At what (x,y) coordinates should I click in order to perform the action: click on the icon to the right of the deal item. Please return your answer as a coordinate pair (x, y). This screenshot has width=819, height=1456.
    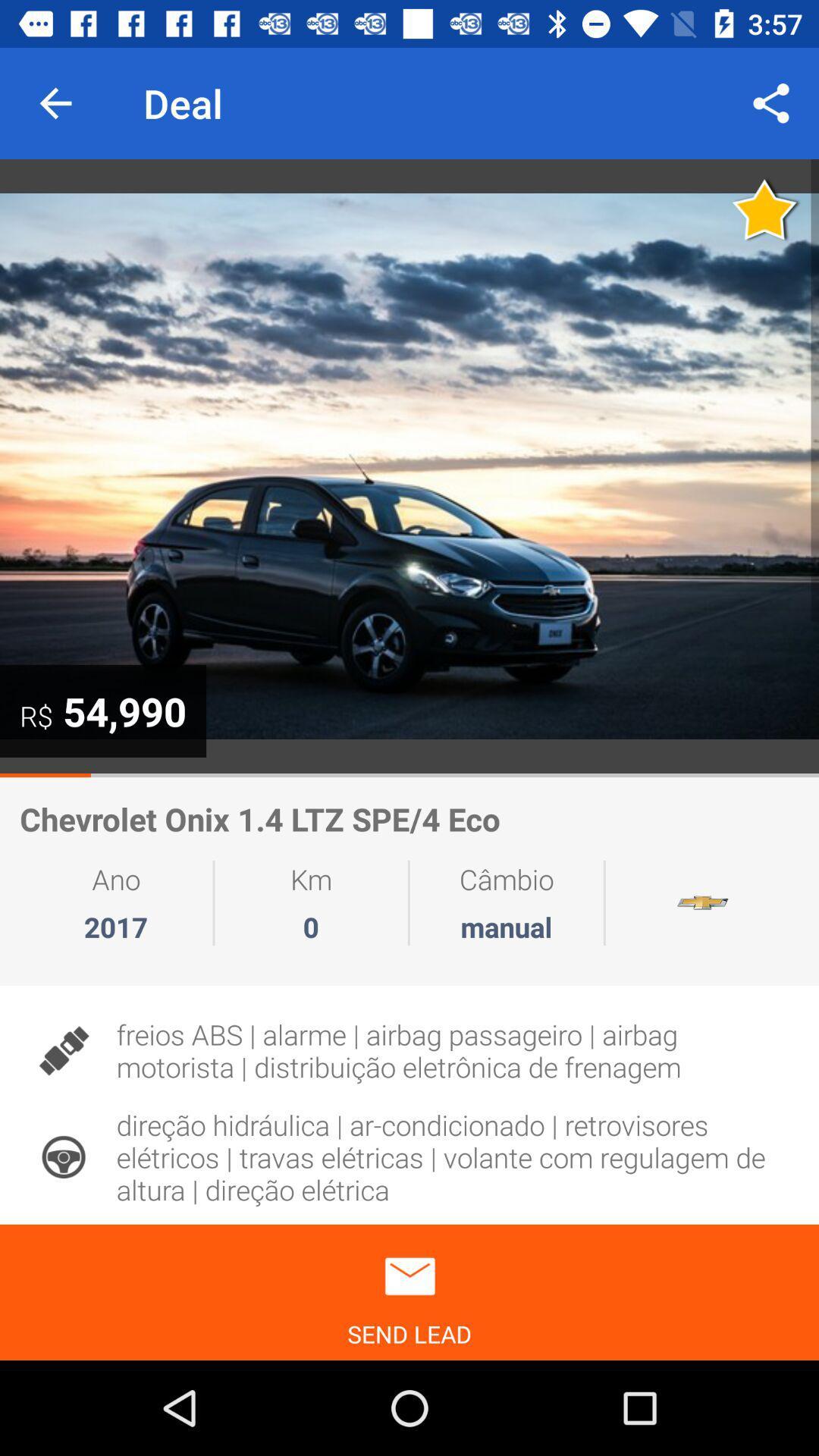
    Looking at the image, I should click on (771, 102).